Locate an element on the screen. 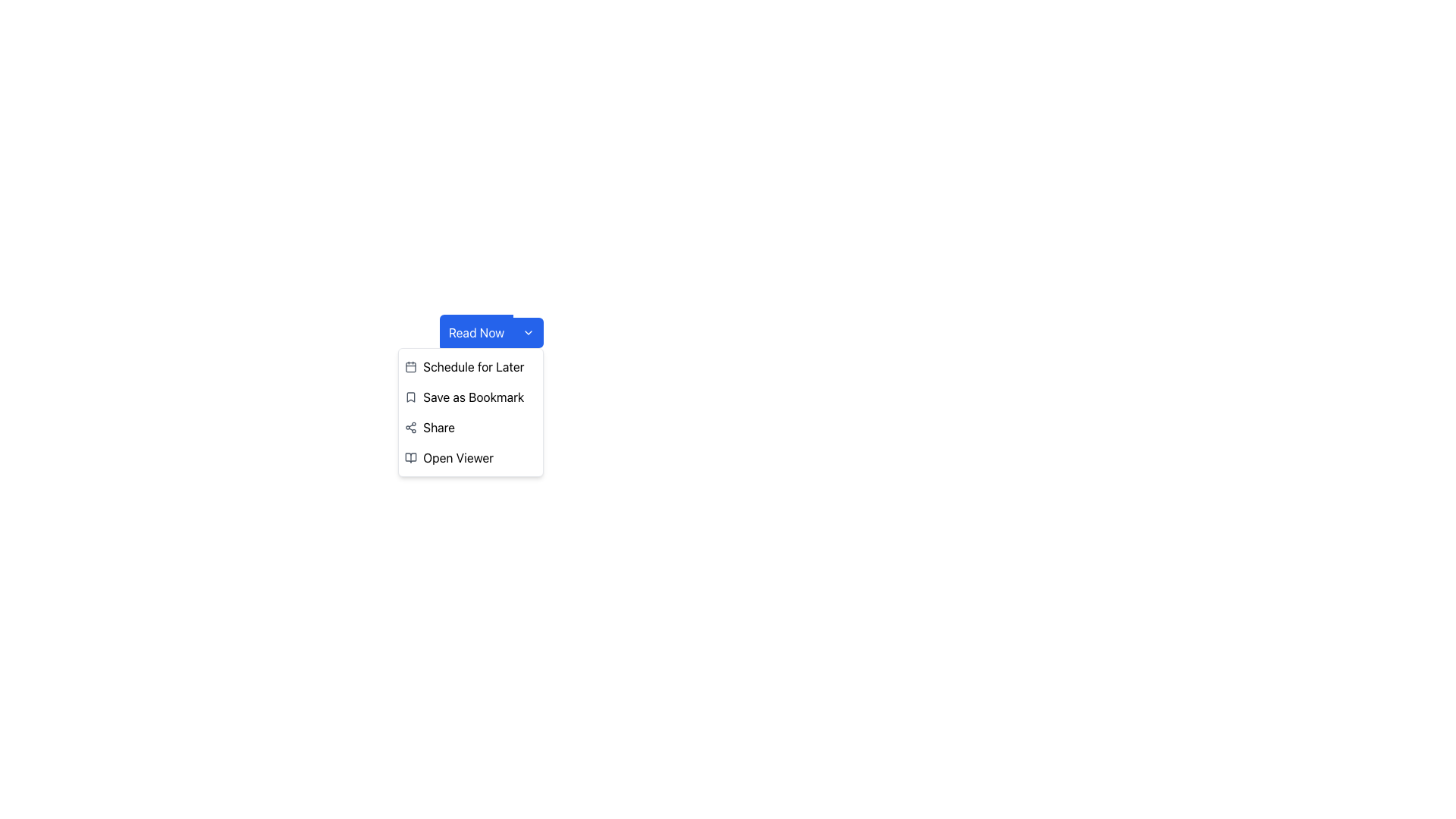 The image size is (1456, 819). the primary shape of the calendar icon located to the left of the 'Schedule for Later' text in the menu options is located at coordinates (411, 367).